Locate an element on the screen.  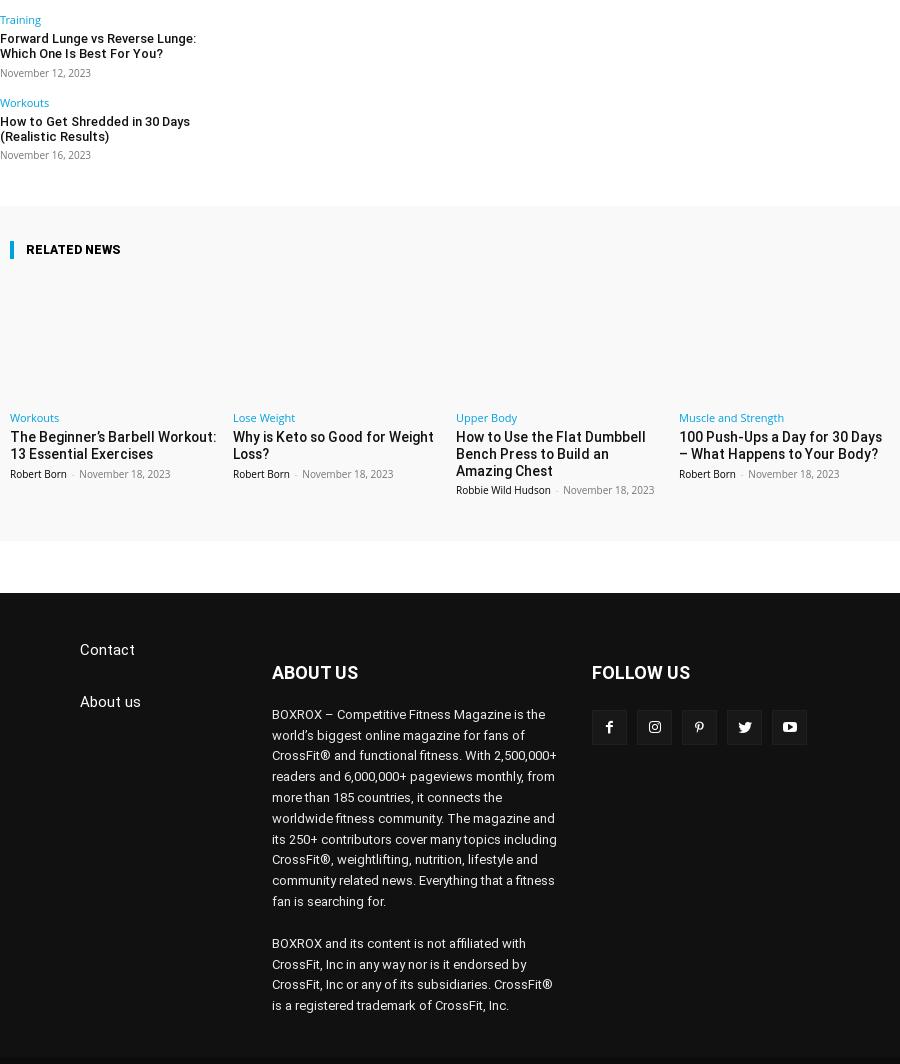
'Contact' is located at coordinates (79, 619).